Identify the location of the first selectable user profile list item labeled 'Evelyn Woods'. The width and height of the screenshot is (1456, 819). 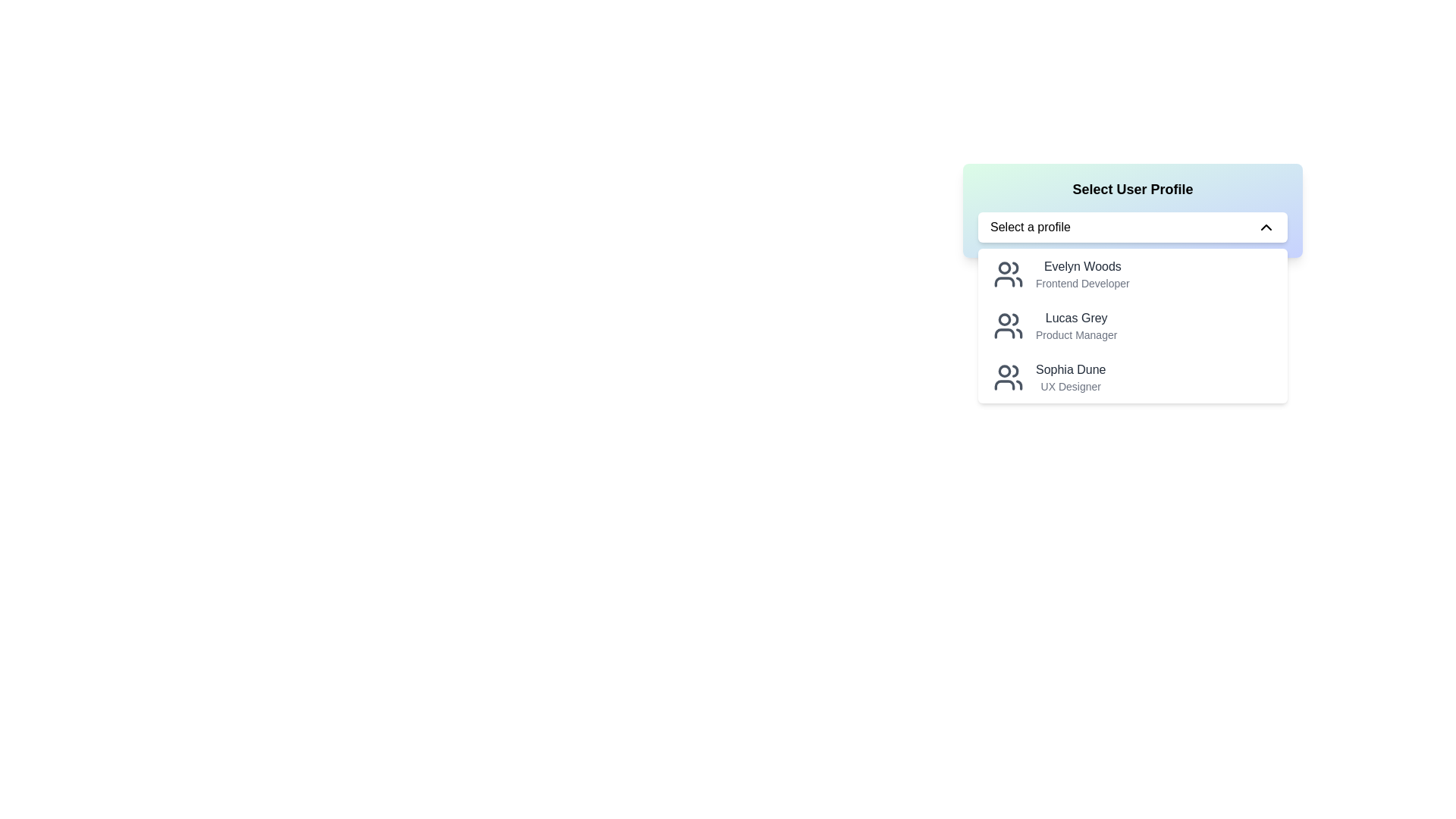
(1081, 275).